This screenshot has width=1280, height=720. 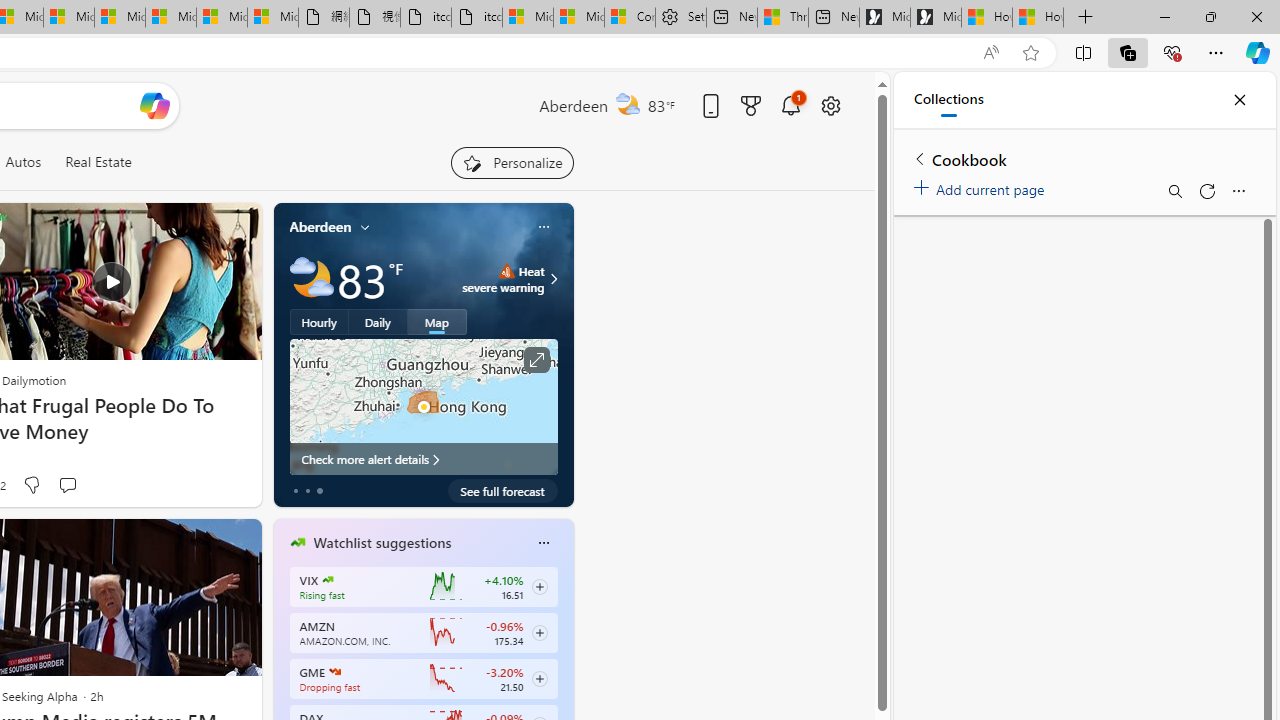 What do you see at coordinates (422, 458) in the screenshot?
I see `'Check more alert details'` at bounding box center [422, 458].